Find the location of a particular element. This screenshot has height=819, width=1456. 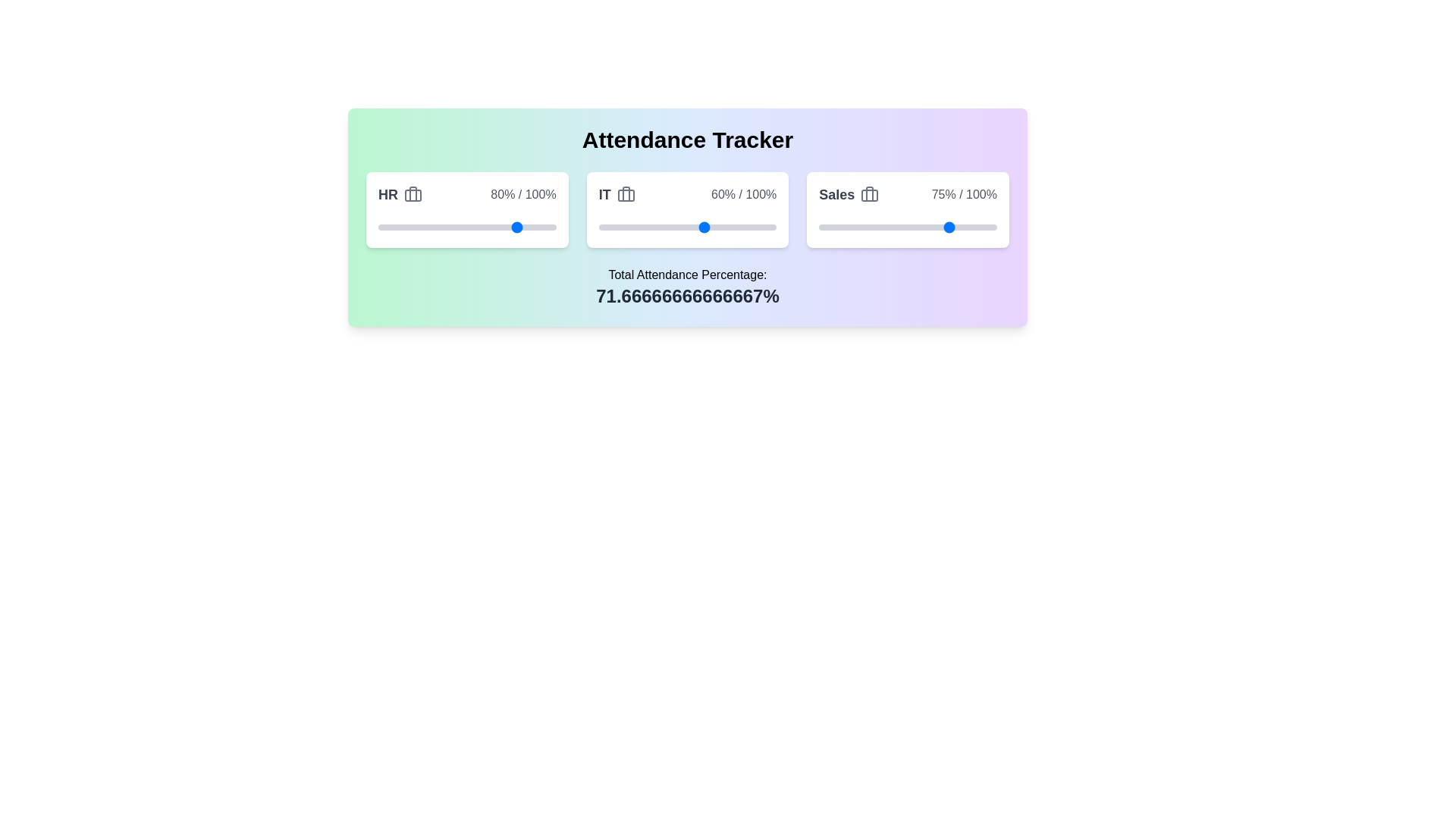

the slider value is located at coordinates (611, 227).